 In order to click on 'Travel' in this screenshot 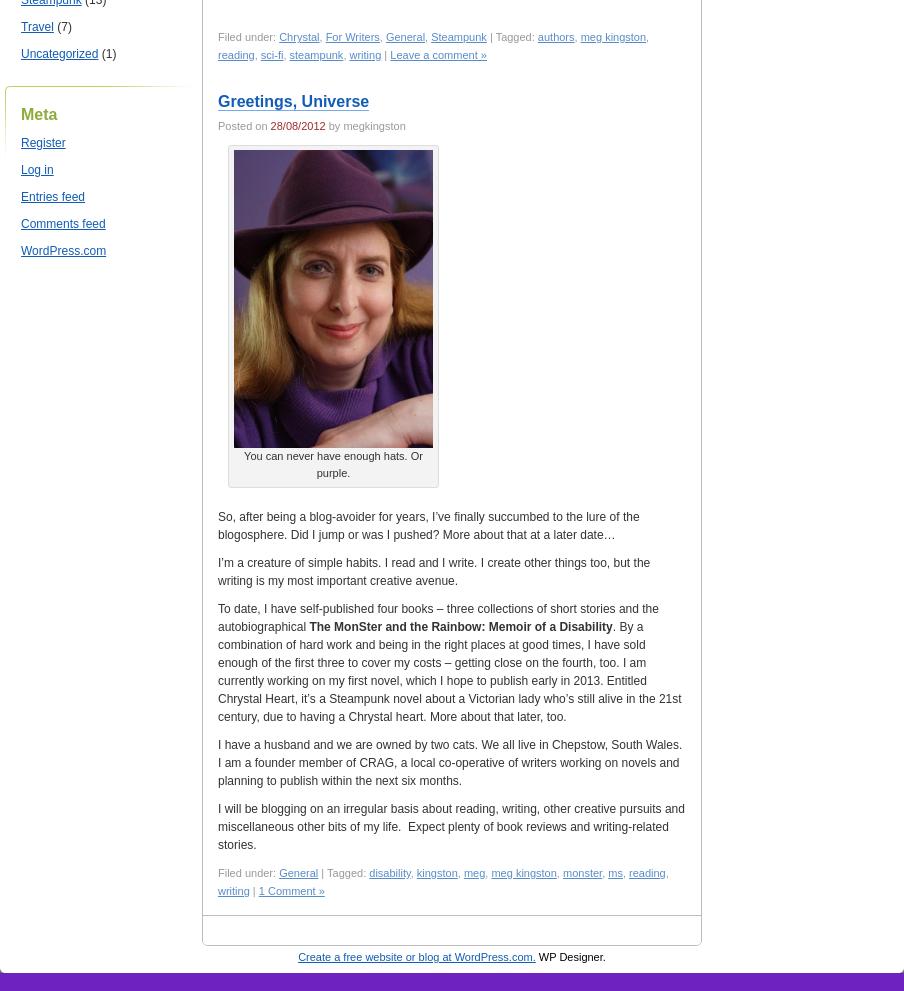, I will do `click(35, 25)`.